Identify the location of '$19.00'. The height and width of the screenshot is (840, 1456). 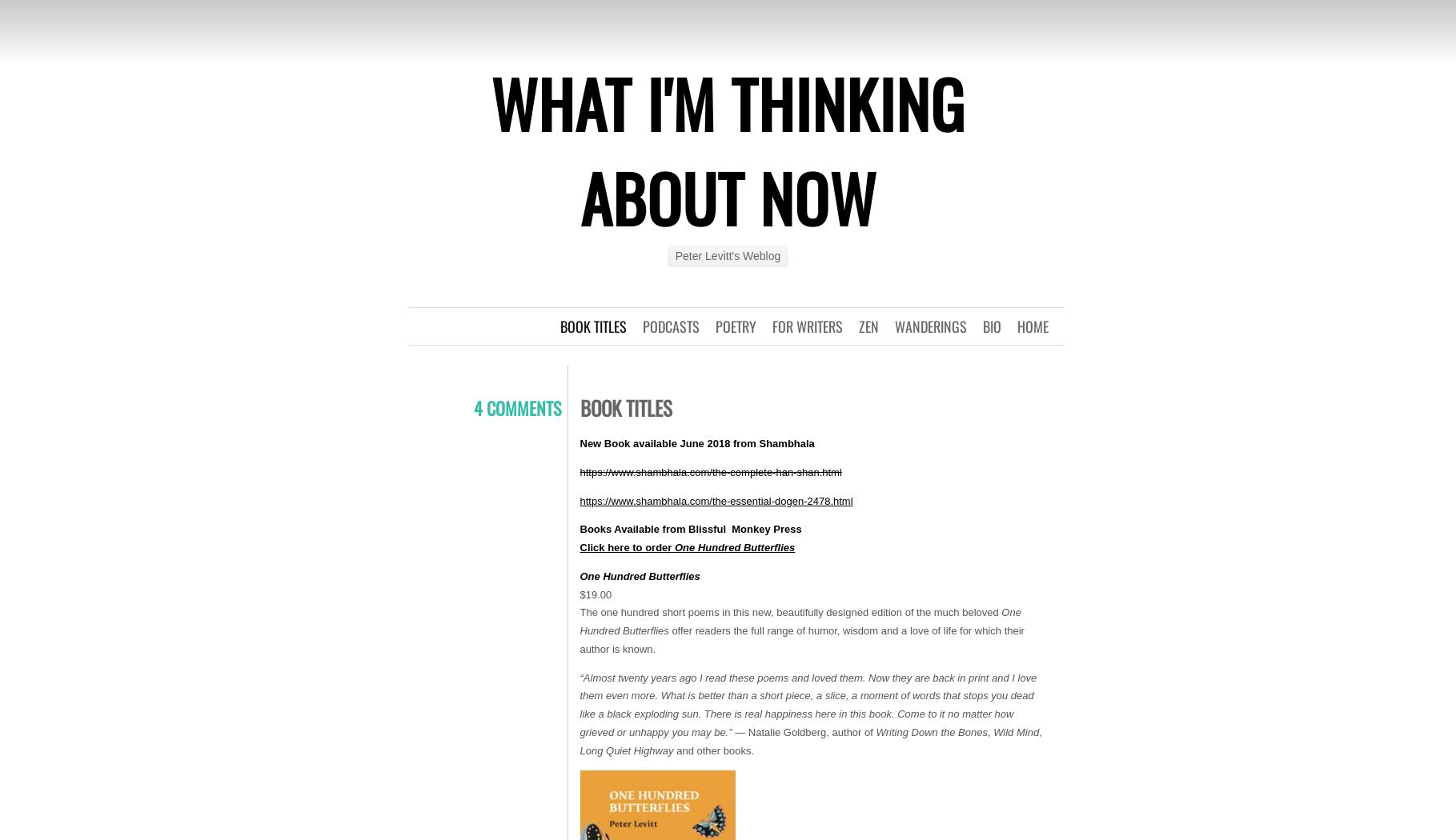
(595, 593).